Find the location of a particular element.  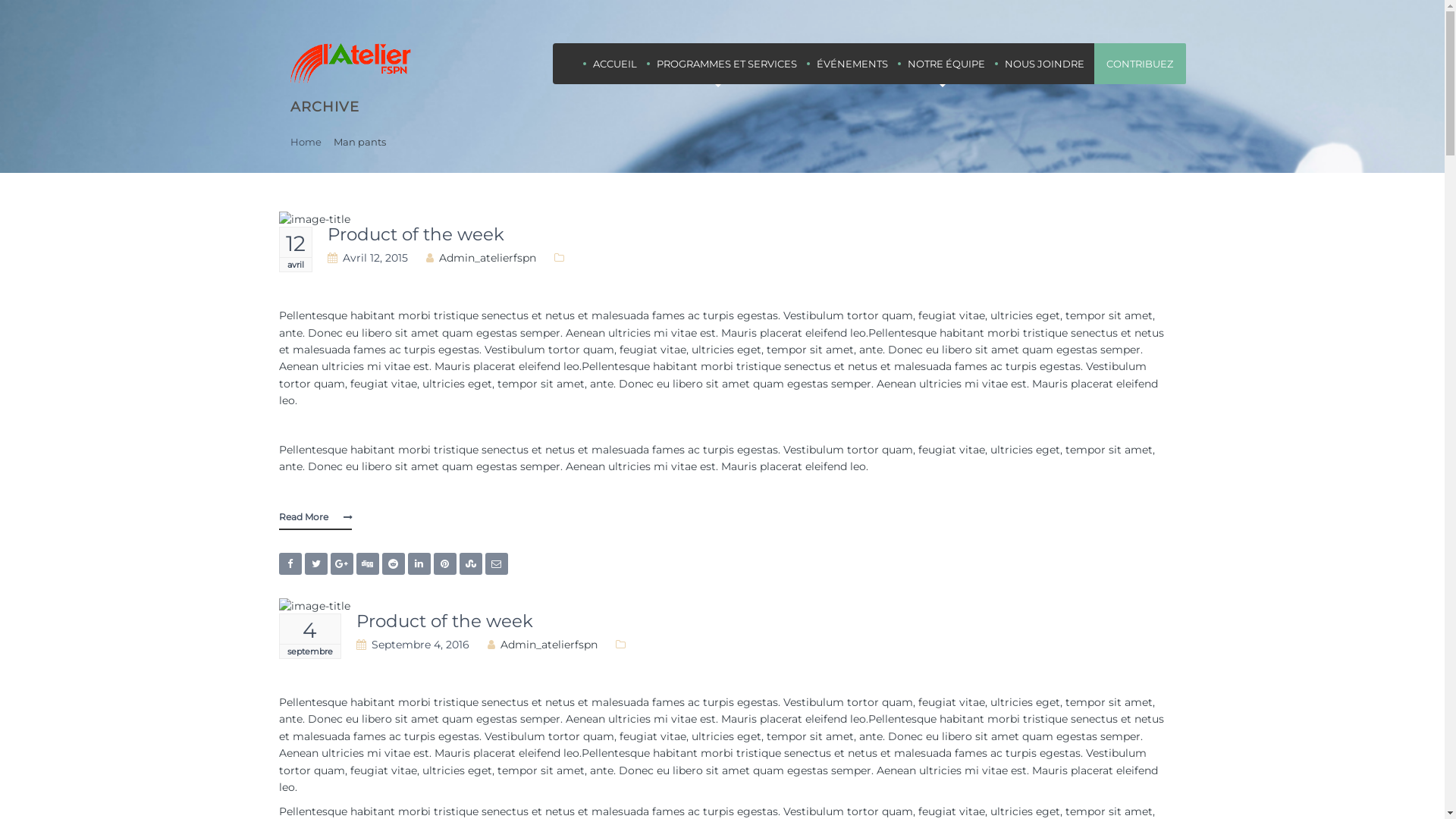

'Read More' is located at coordinates (315, 516).